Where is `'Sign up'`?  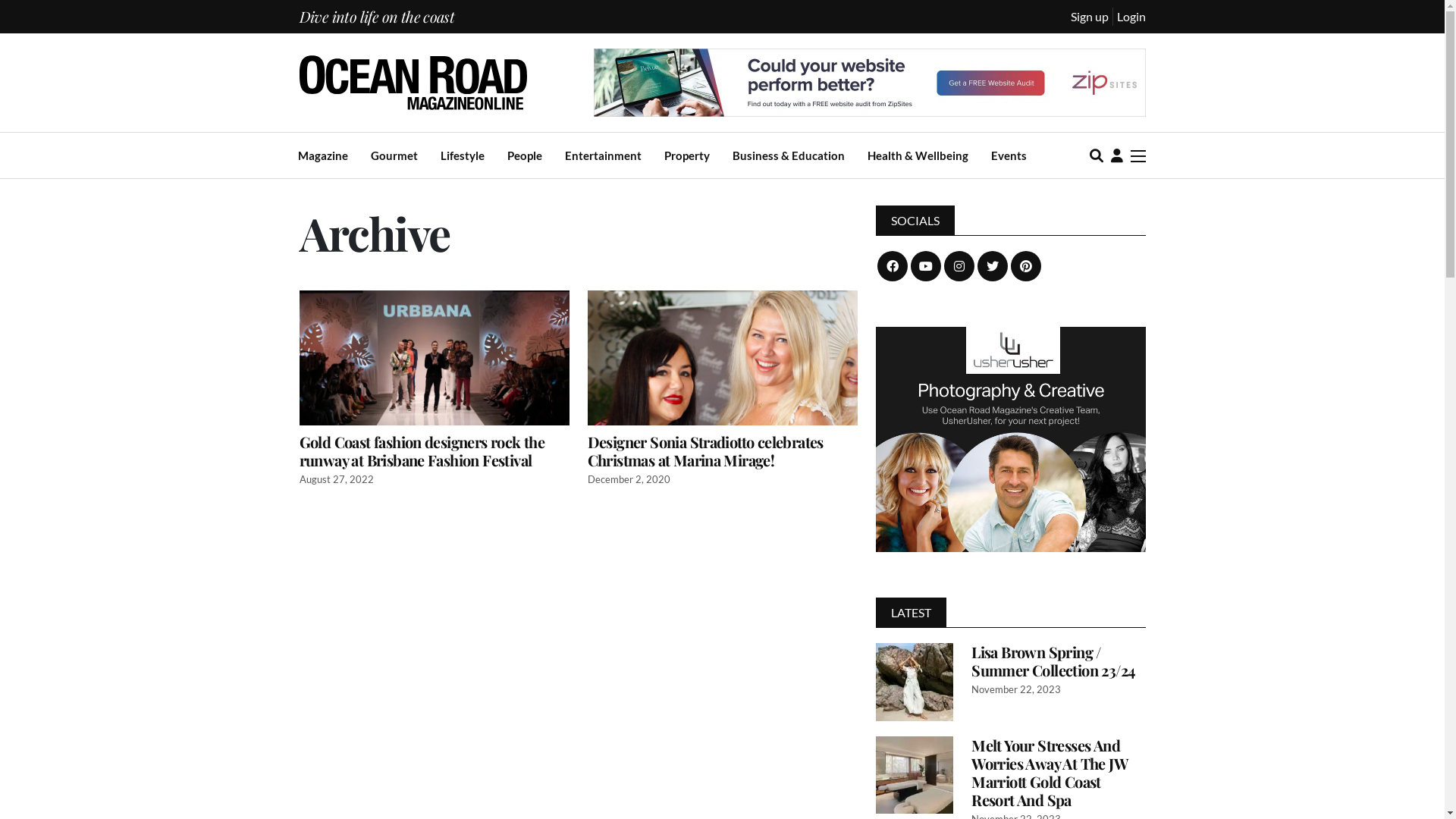
'Sign up' is located at coordinates (1088, 16).